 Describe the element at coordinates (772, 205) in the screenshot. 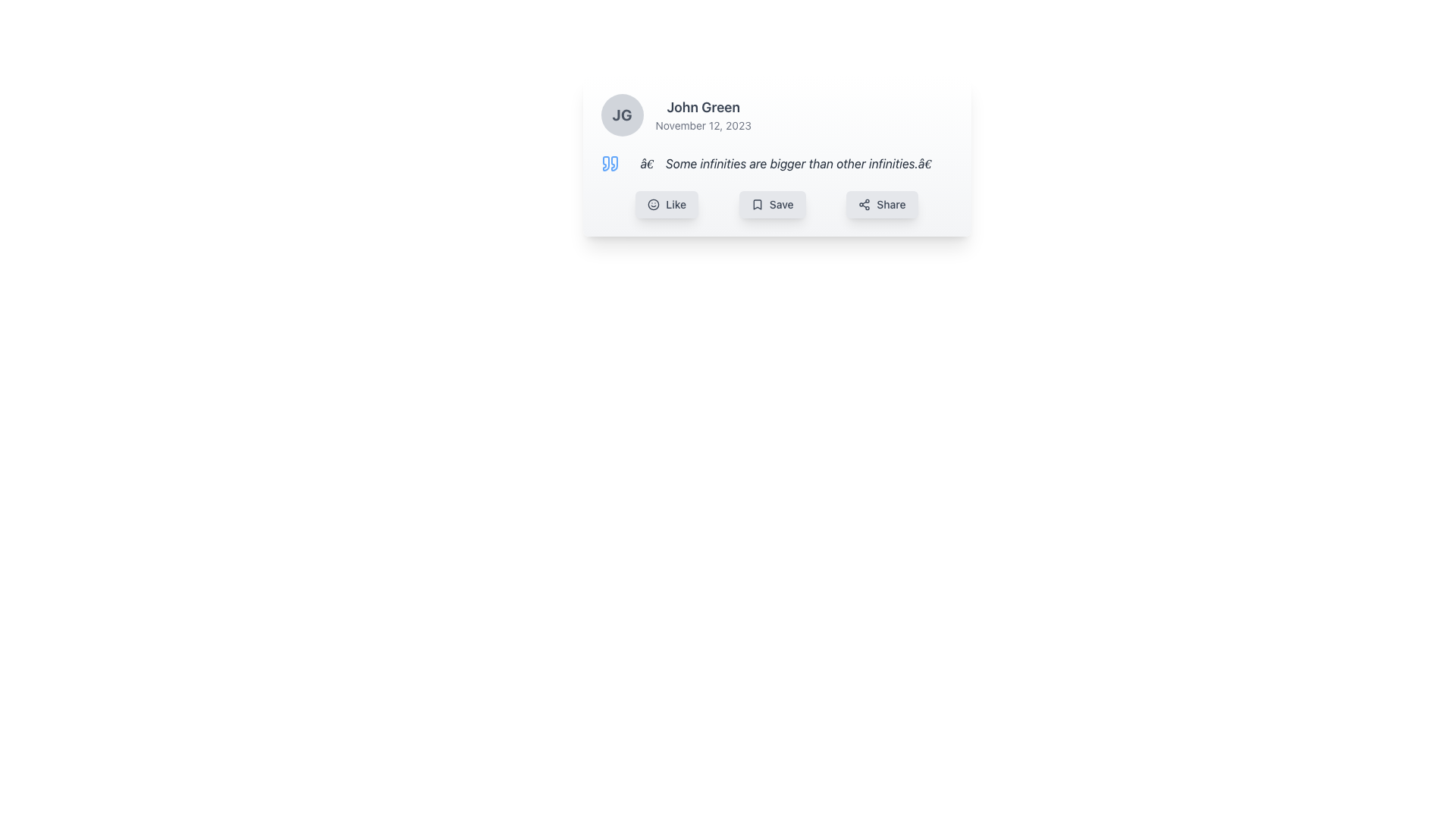

I see `the 'Save' button with a bookmark icon, which is centrally positioned below a text quote` at that location.